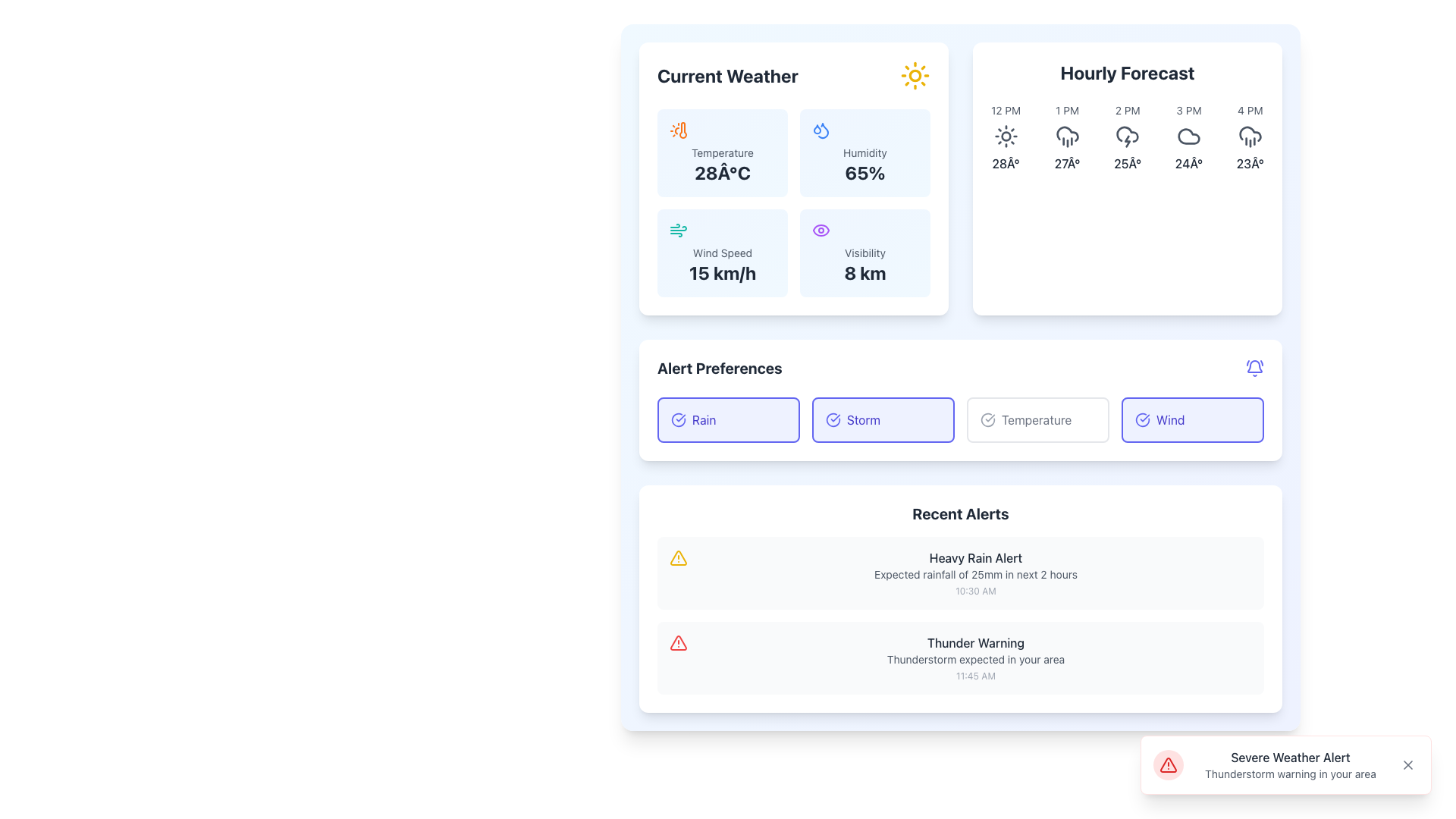 Image resolution: width=1456 pixels, height=819 pixels. I want to click on the static text display showing the temperature '28Â°' at 12 PM in the hourly forecast section, so click(1006, 164).